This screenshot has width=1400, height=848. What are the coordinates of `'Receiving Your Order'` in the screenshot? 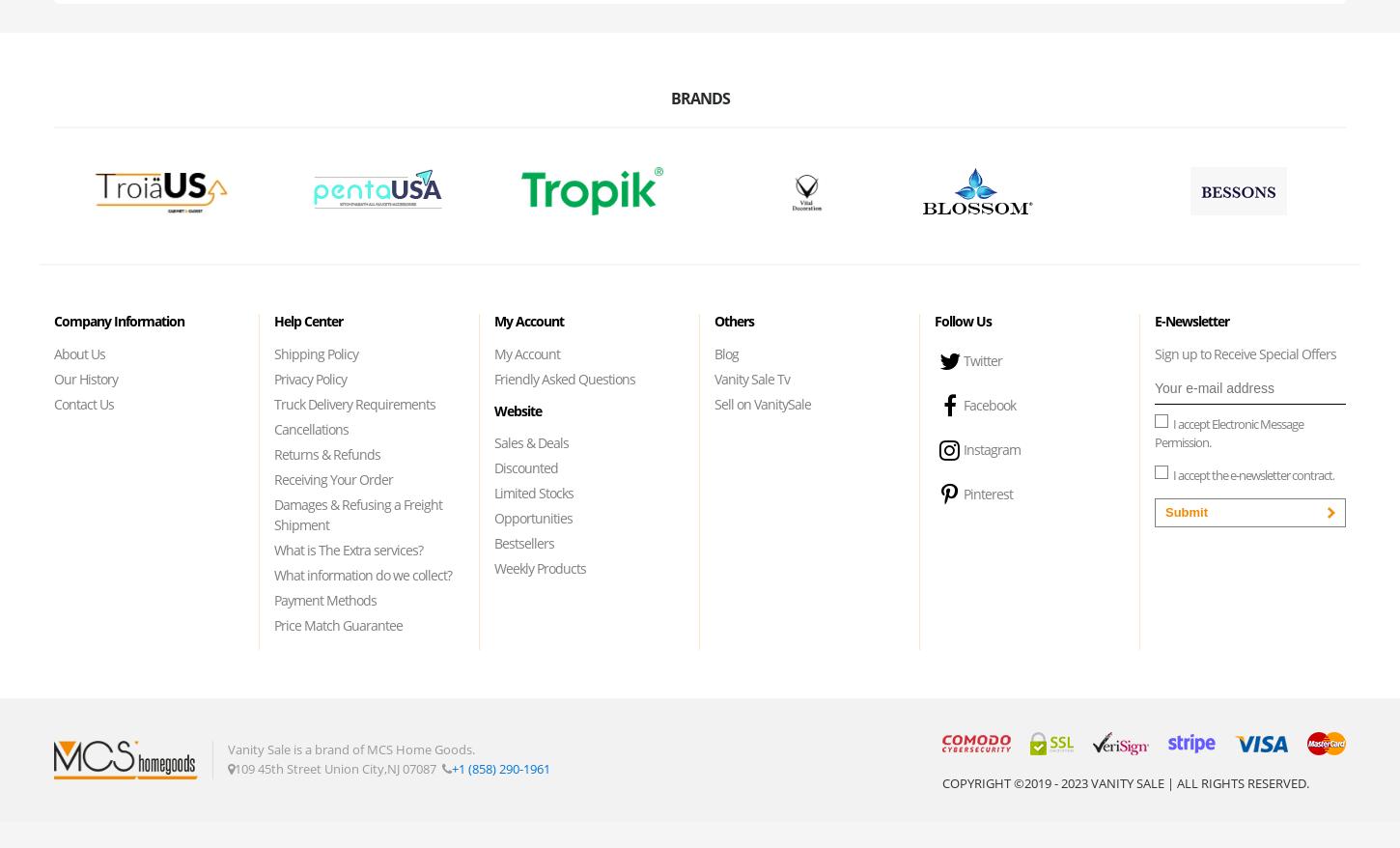 It's located at (333, 478).